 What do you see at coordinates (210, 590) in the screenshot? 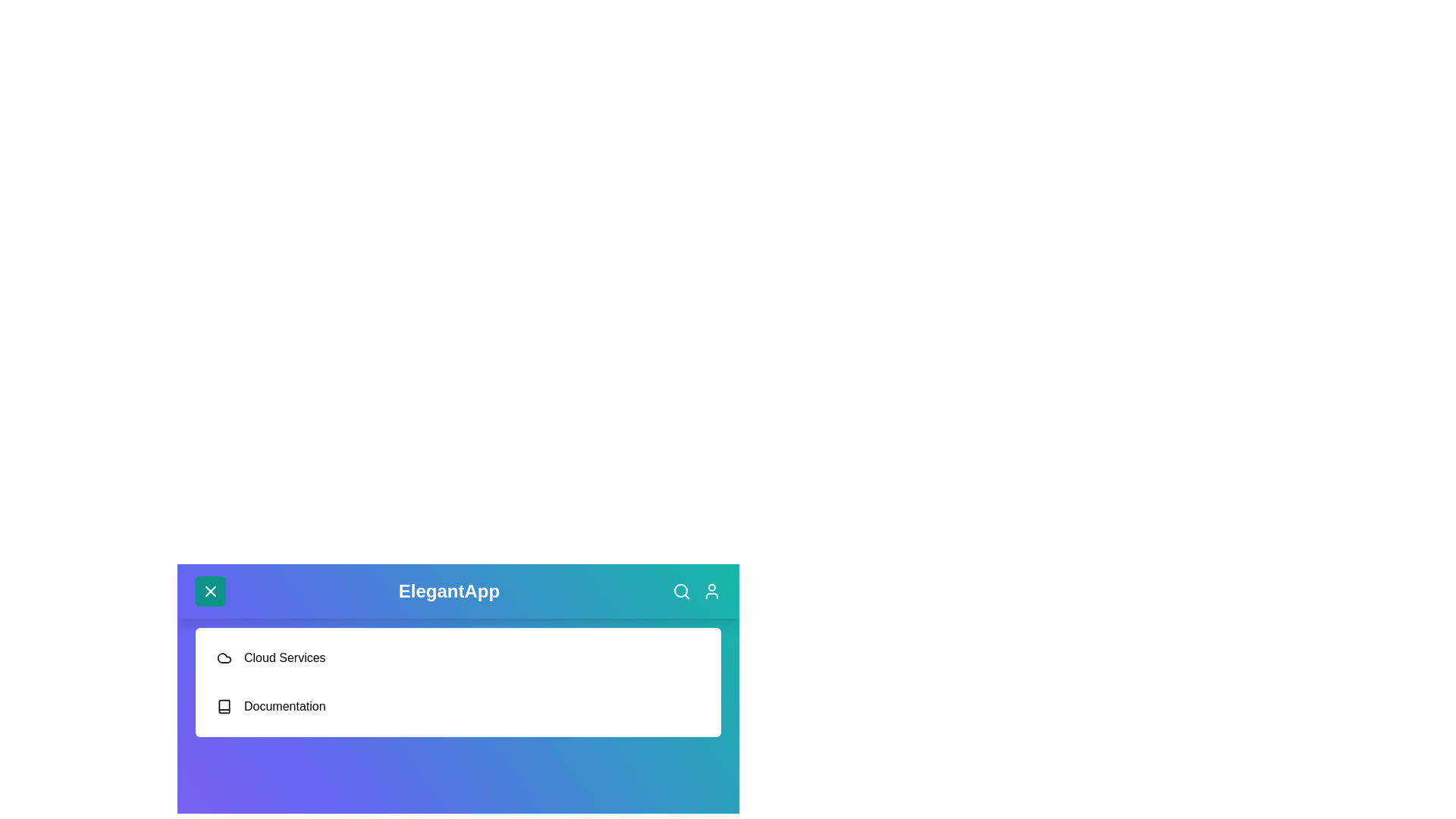
I see `the left button to toggle the menu visibility` at bounding box center [210, 590].